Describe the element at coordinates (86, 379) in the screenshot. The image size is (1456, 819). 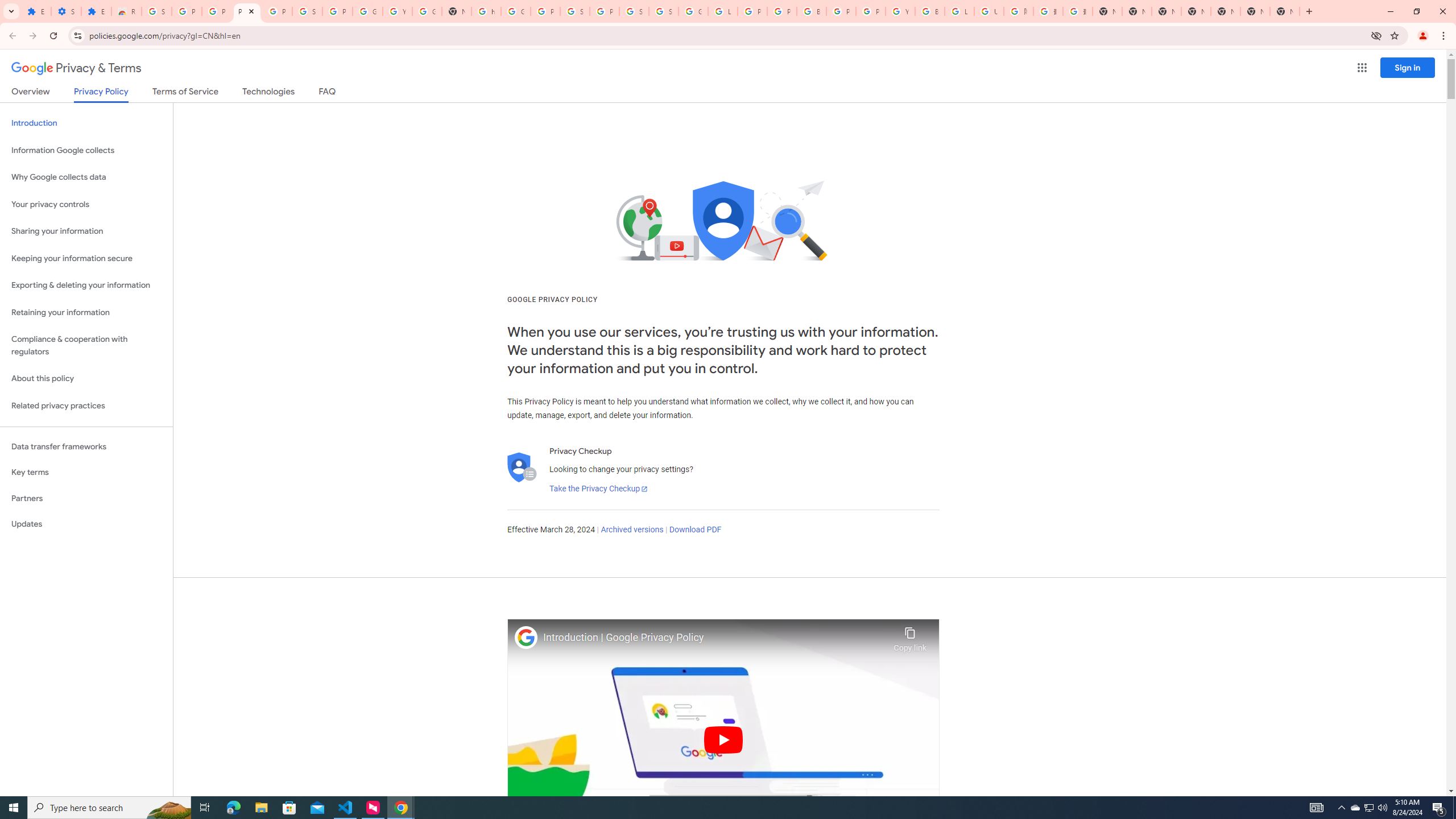
I see `'About this policy'` at that location.